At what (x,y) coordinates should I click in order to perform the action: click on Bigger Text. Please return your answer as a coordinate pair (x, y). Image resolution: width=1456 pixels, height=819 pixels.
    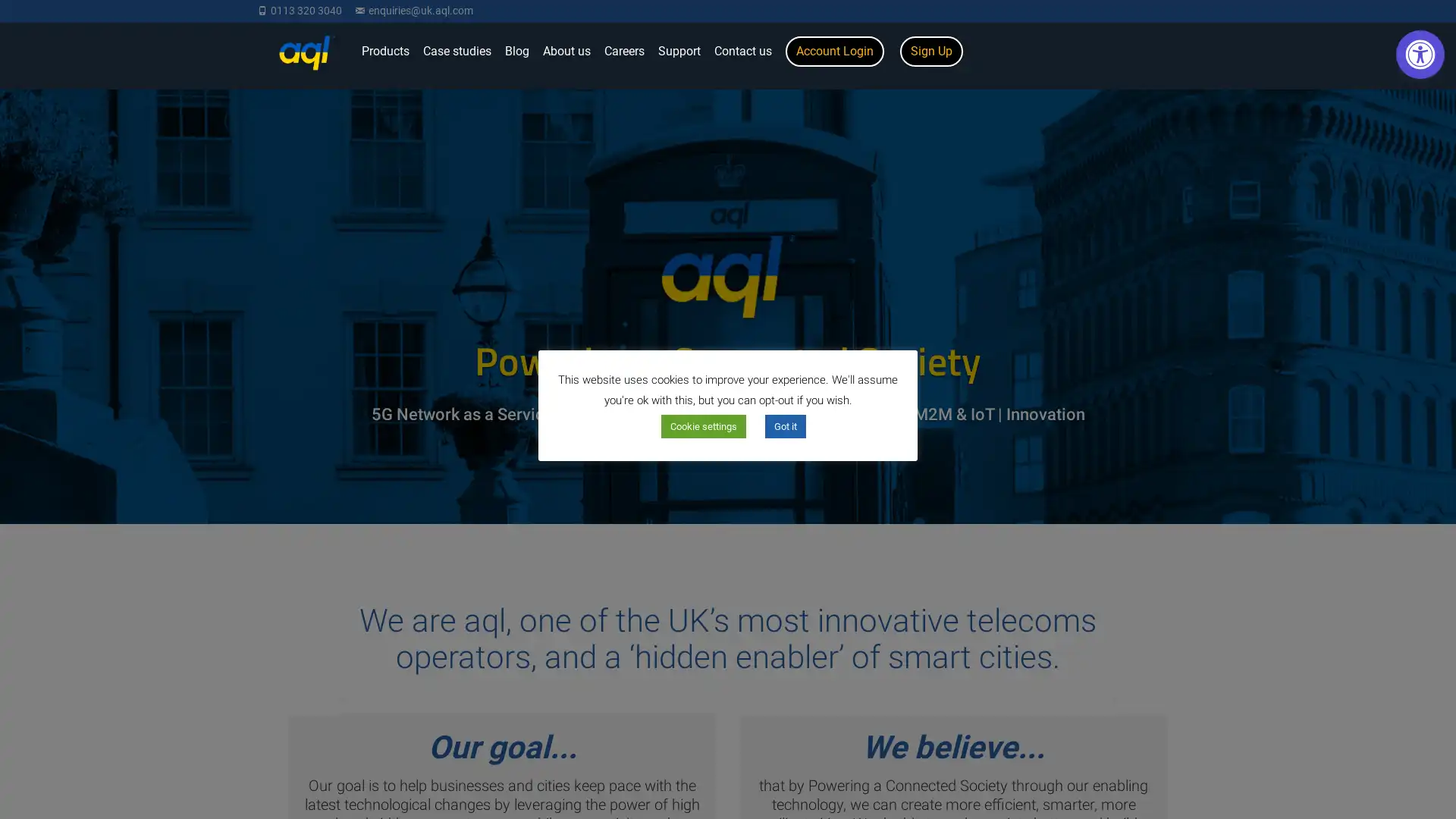
    Looking at the image, I should click on (1210, 102).